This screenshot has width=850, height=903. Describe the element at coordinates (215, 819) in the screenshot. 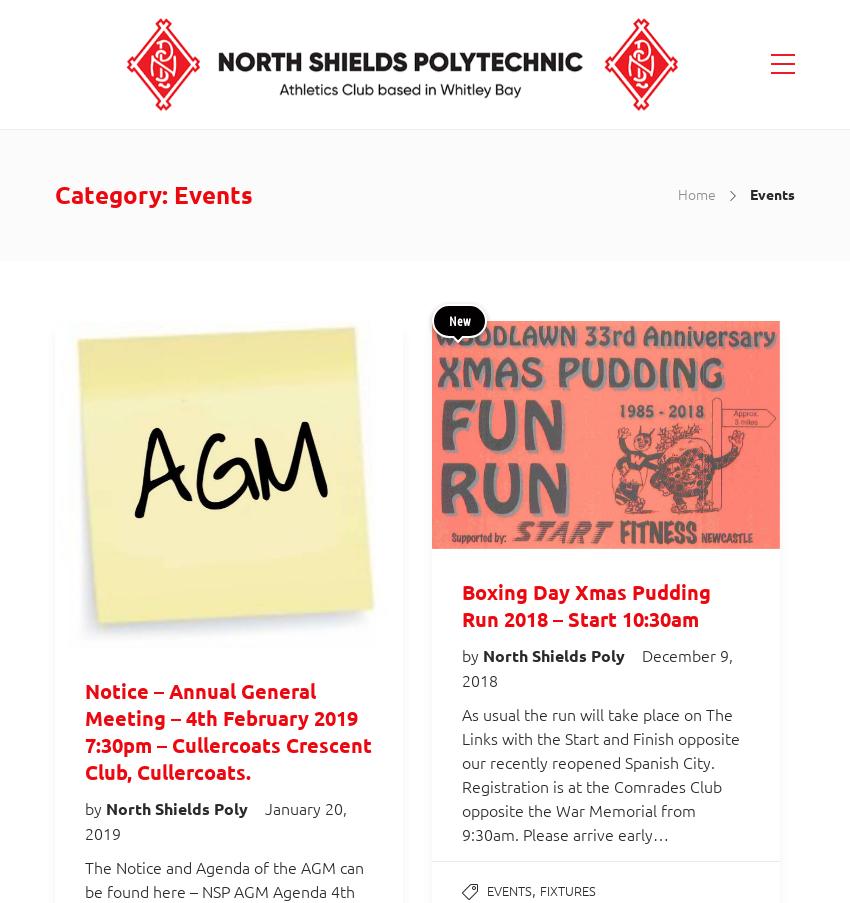

I see `'January 20, 2019'` at that location.